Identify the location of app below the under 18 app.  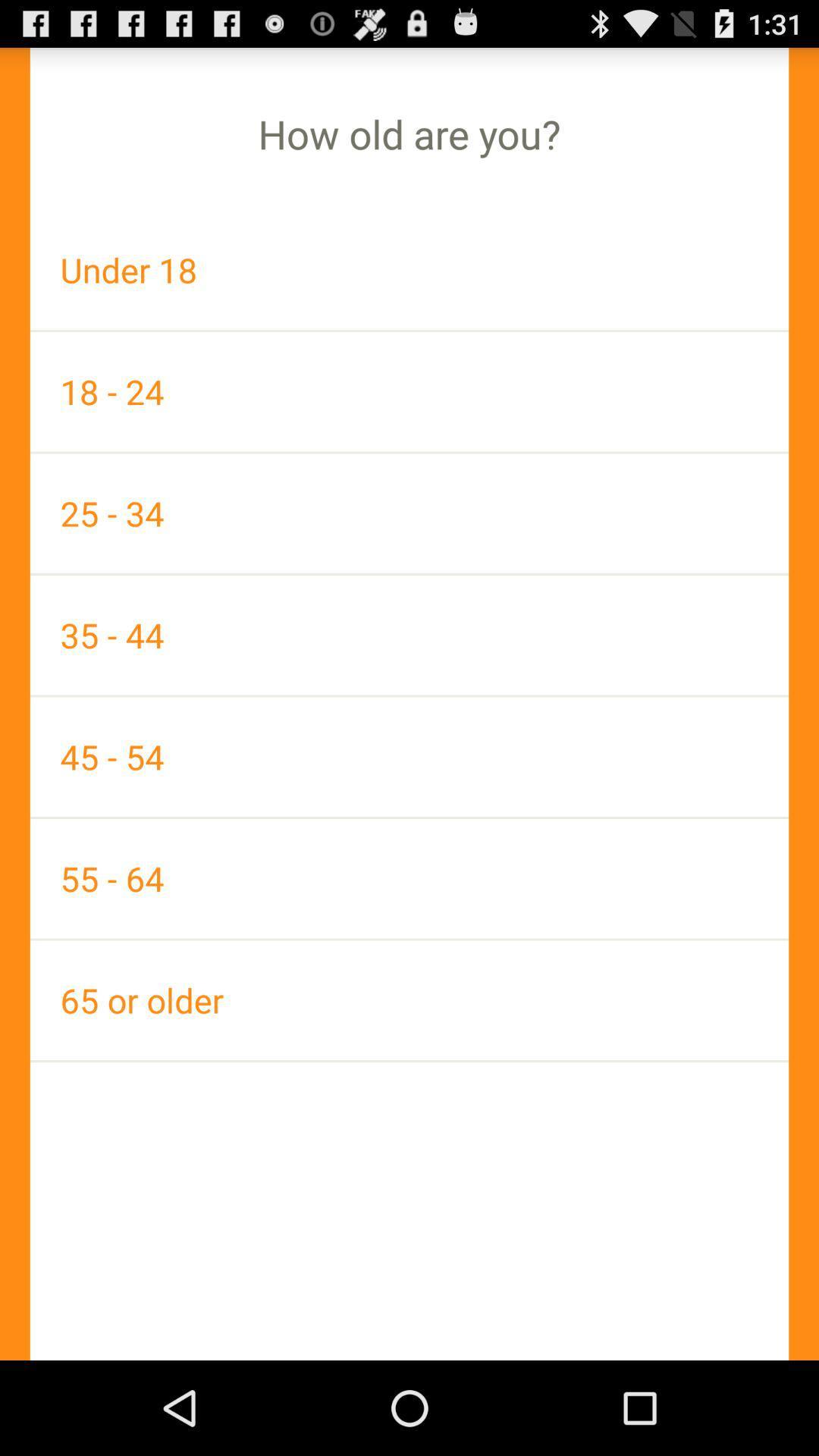
(409, 391).